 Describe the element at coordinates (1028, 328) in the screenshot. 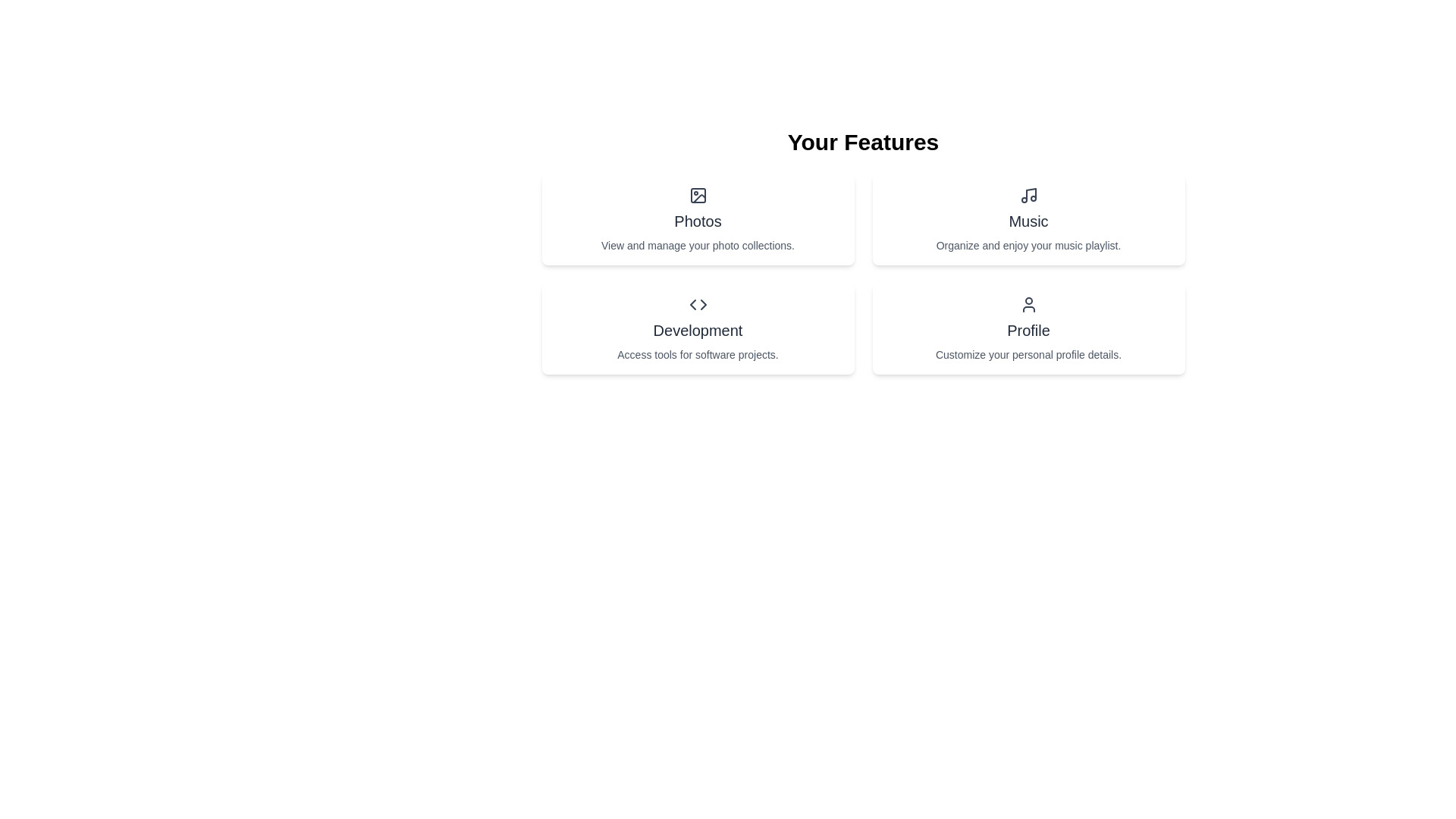

I see `the profile customization card located at the bottom-right corner of the grid layout` at that location.